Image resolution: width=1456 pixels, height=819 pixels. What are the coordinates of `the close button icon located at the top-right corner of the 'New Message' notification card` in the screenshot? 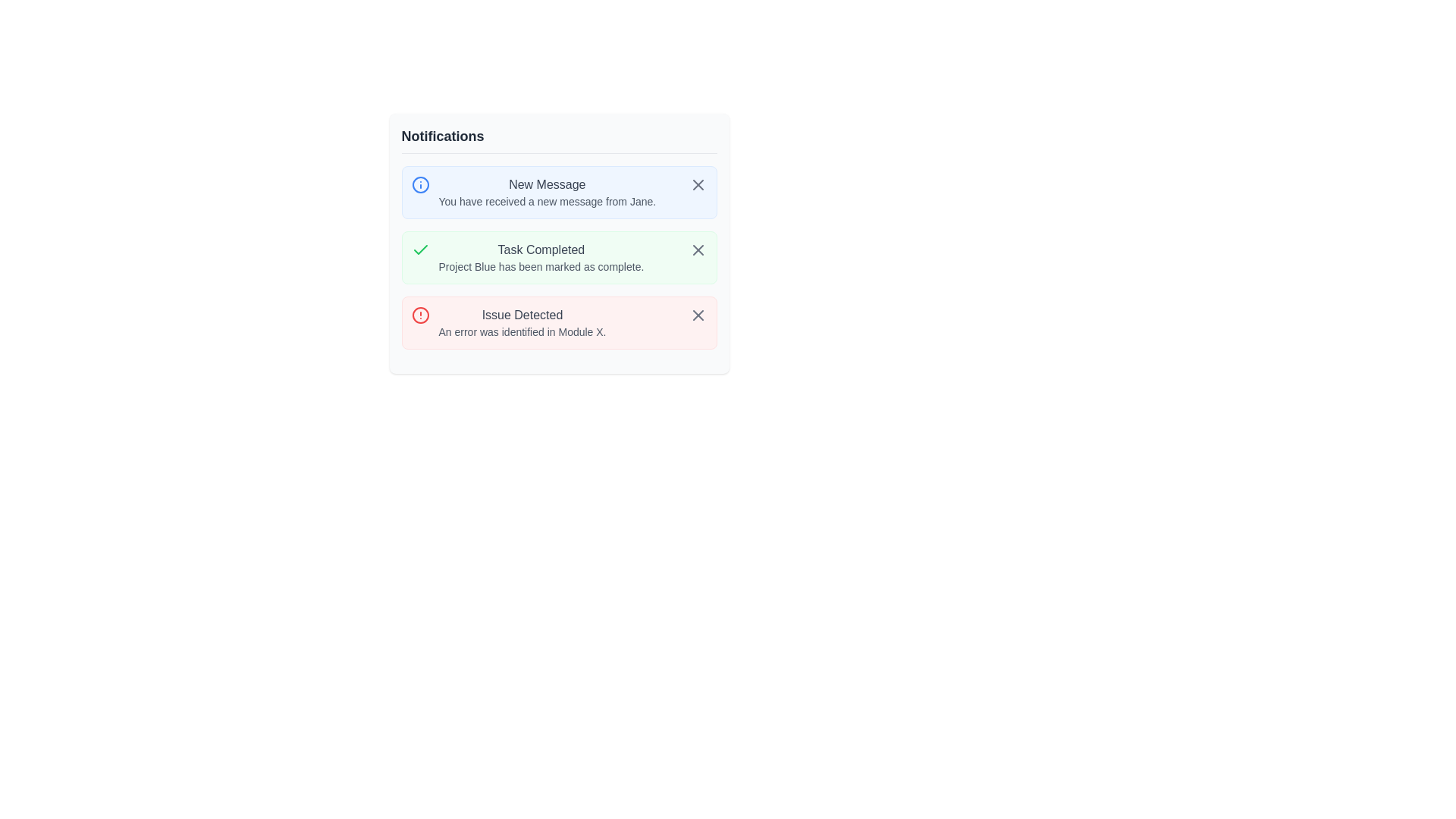 It's located at (697, 184).